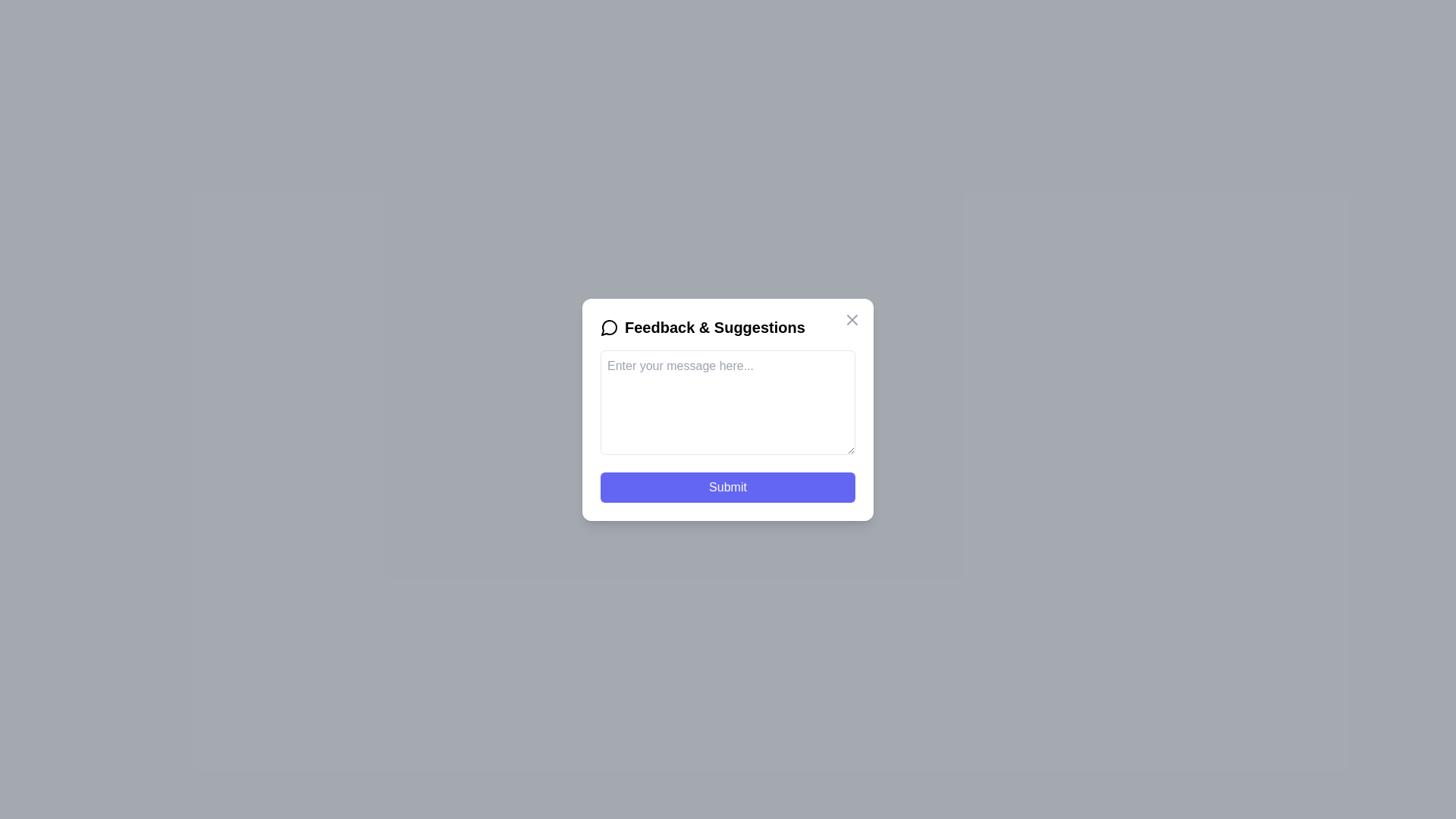 The height and width of the screenshot is (819, 1456). What do you see at coordinates (728, 326) in the screenshot?
I see `the text label 'Feedback & Suggestions', which is a bold heading located near the top center of a white dialog box, positioned below a close icon and above a text input field` at bounding box center [728, 326].